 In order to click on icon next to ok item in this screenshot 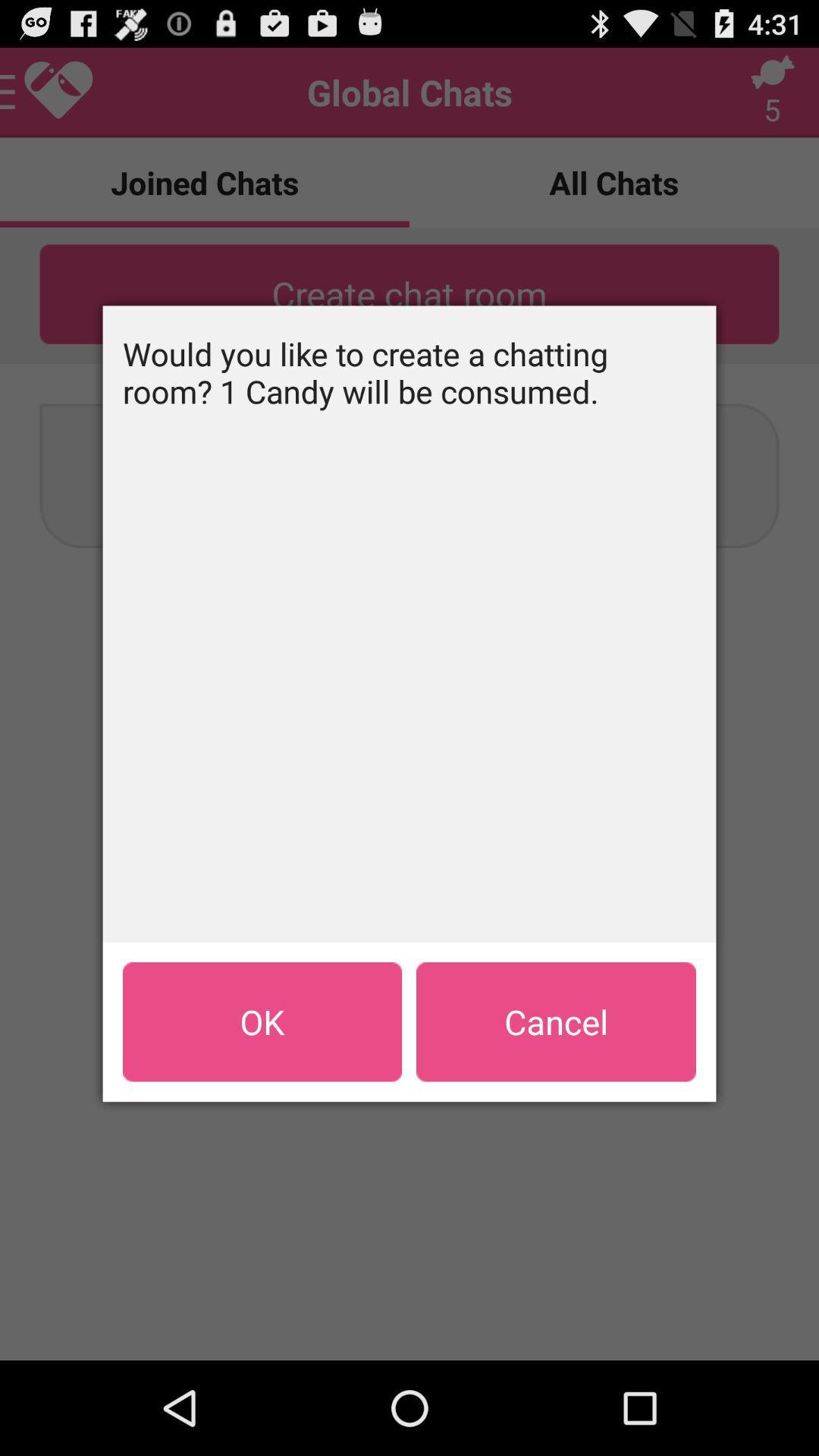, I will do `click(556, 1021)`.